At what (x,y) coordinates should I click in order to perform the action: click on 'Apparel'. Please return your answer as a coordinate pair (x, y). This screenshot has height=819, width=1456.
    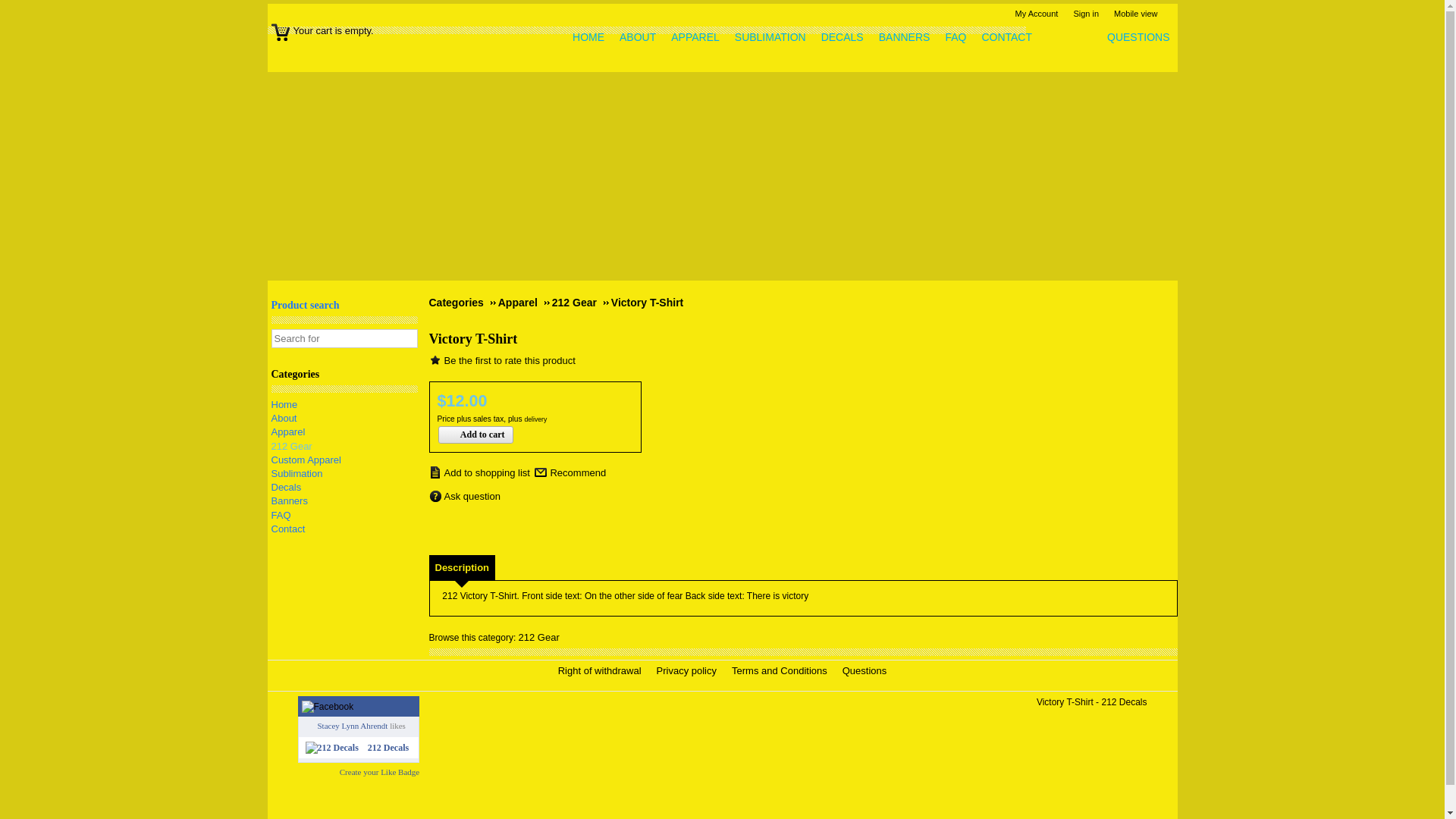
    Looking at the image, I should click on (288, 431).